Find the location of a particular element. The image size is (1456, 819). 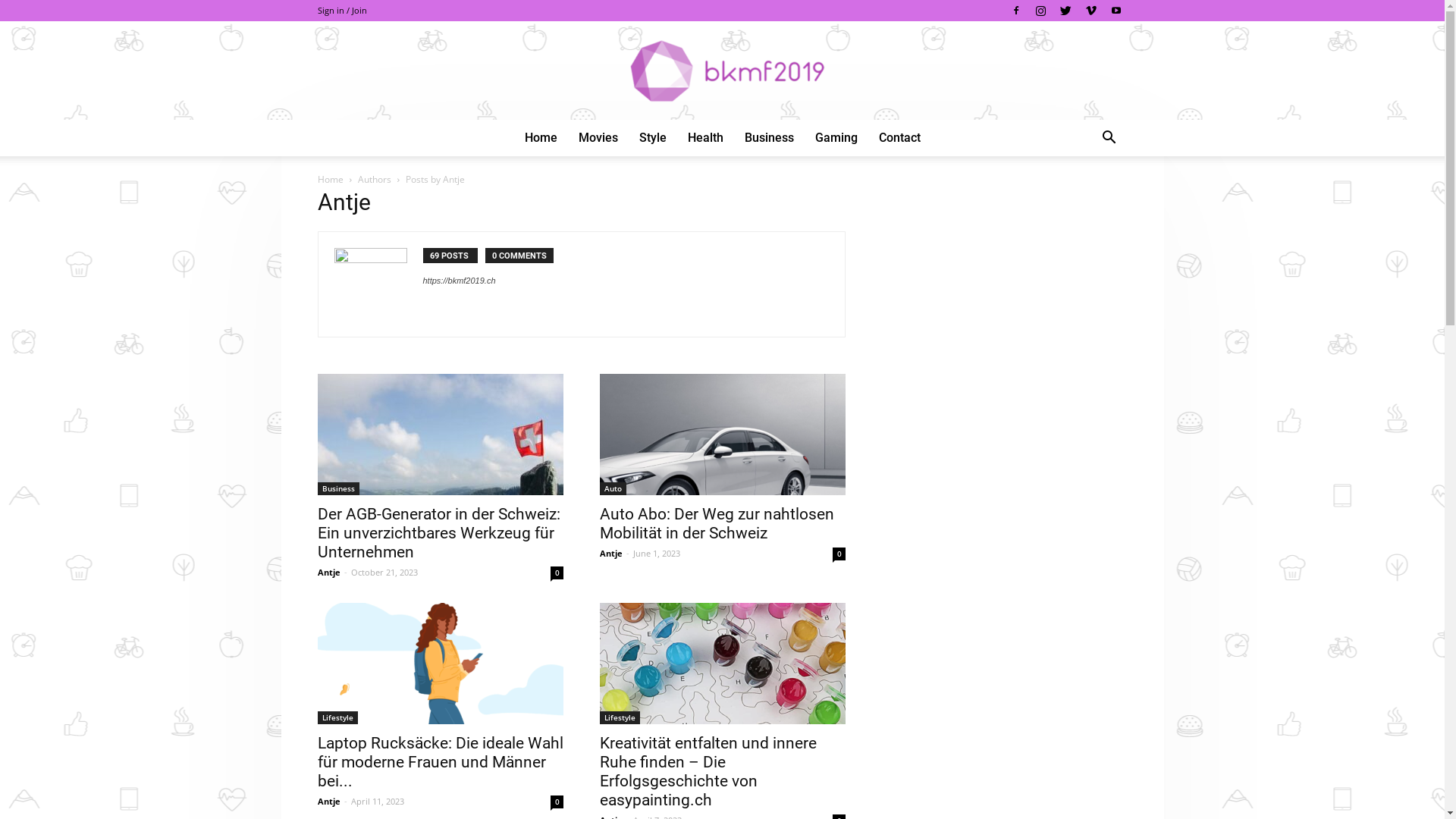

'Contact' is located at coordinates (899, 137).